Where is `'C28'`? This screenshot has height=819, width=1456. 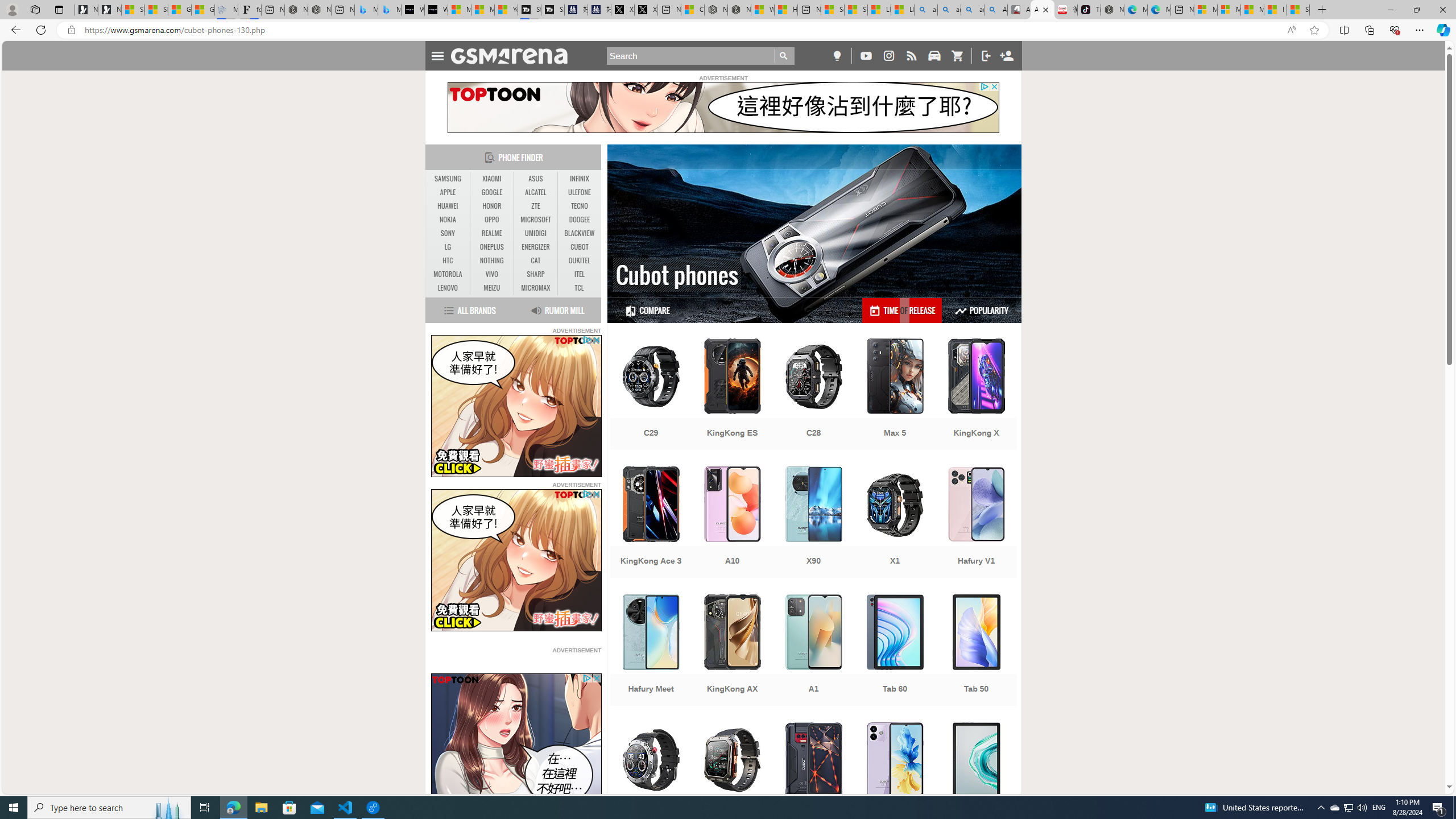 'C28' is located at coordinates (813, 395).